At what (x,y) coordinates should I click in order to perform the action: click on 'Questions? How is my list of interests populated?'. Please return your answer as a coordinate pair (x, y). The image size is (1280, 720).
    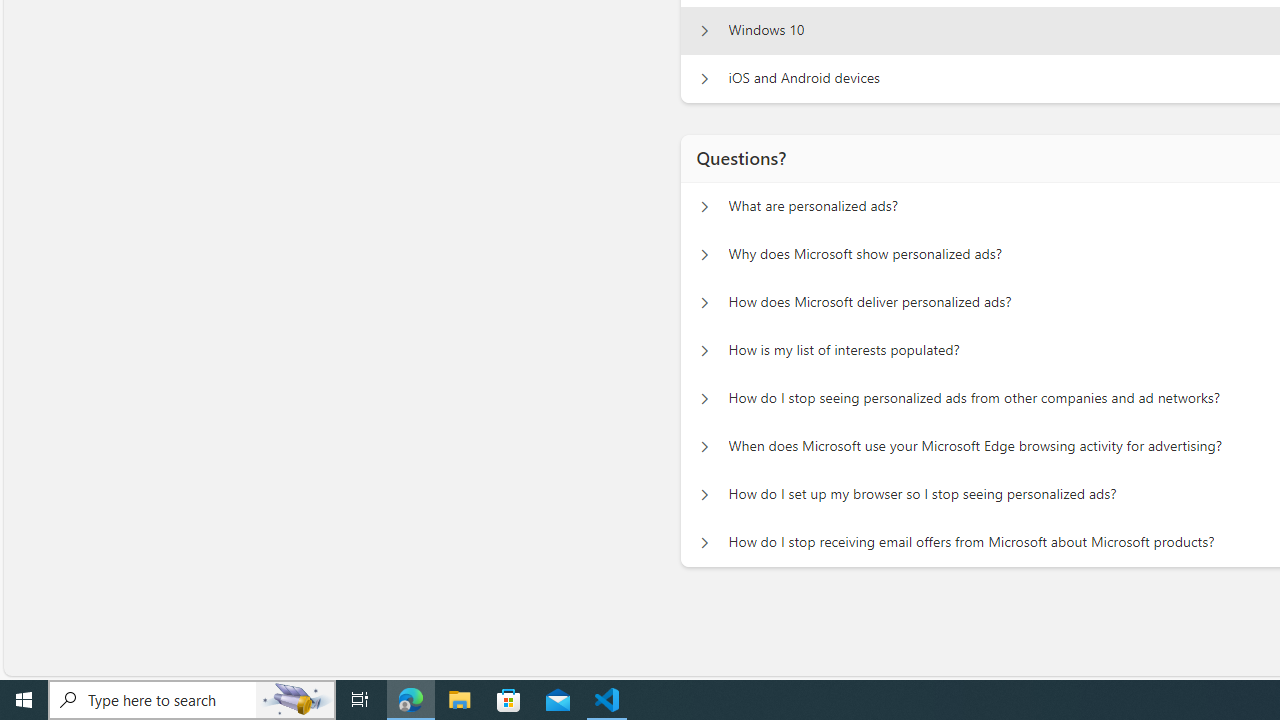
    Looking at the image, I should click on (704, 350).